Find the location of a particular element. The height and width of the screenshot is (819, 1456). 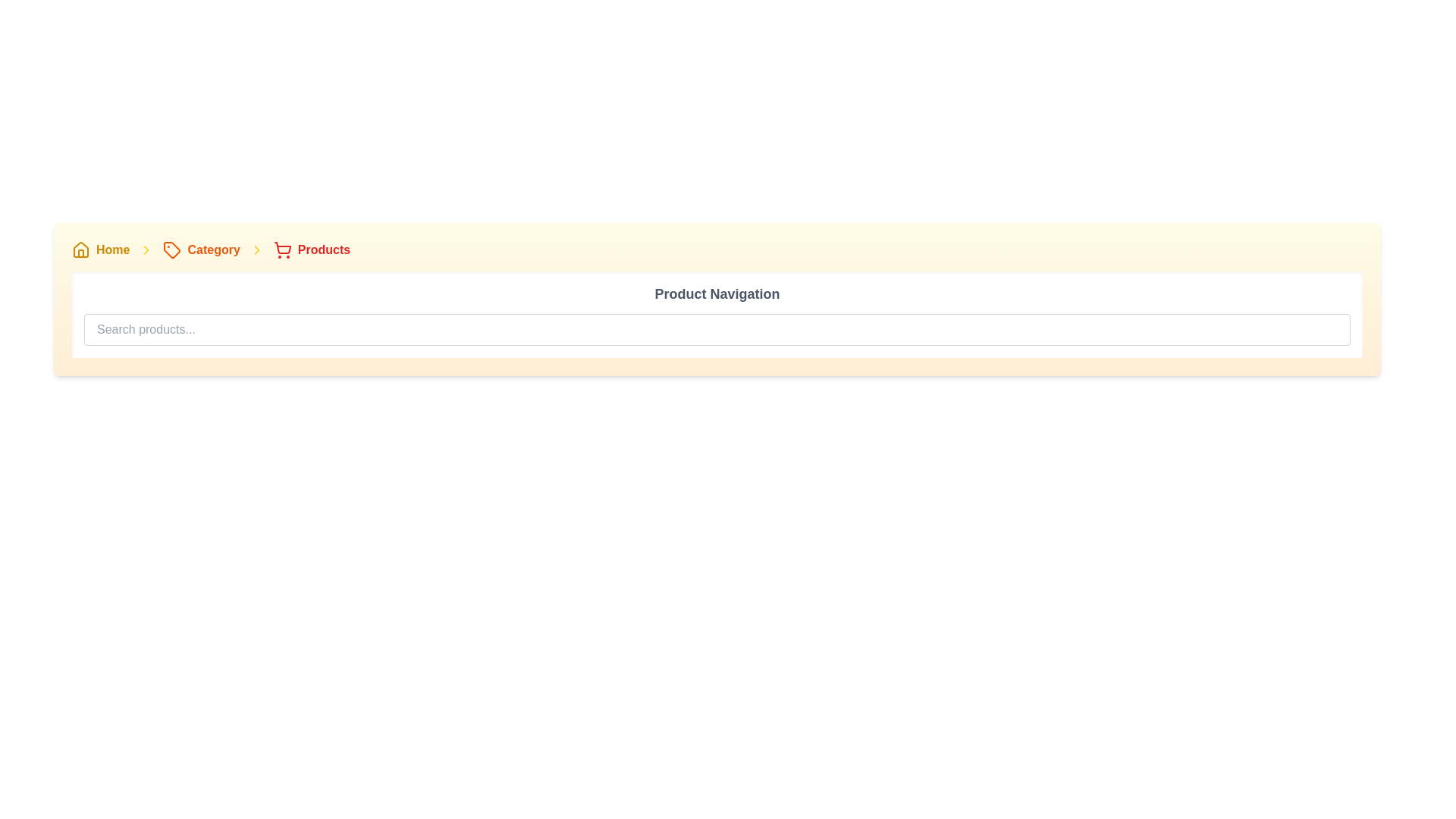

the 'Home' icon graphic located in the breadcrumb navigation bar at the top-left corner of the interface is located at coordinates (80, 248).